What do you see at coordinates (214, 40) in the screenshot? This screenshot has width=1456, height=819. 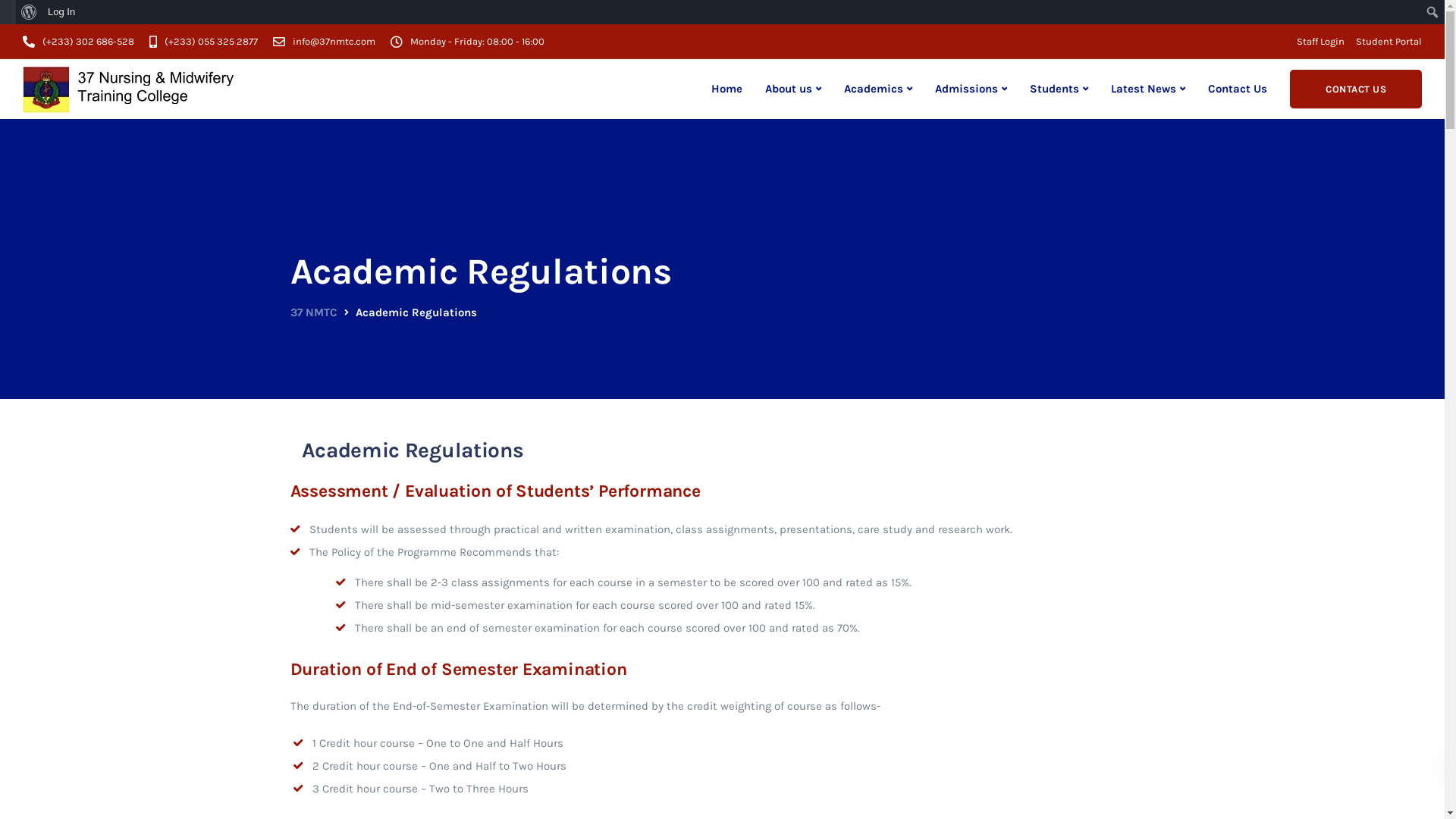 I see `'(+233) 055 325 2877'` at bounding box center [214, 40].